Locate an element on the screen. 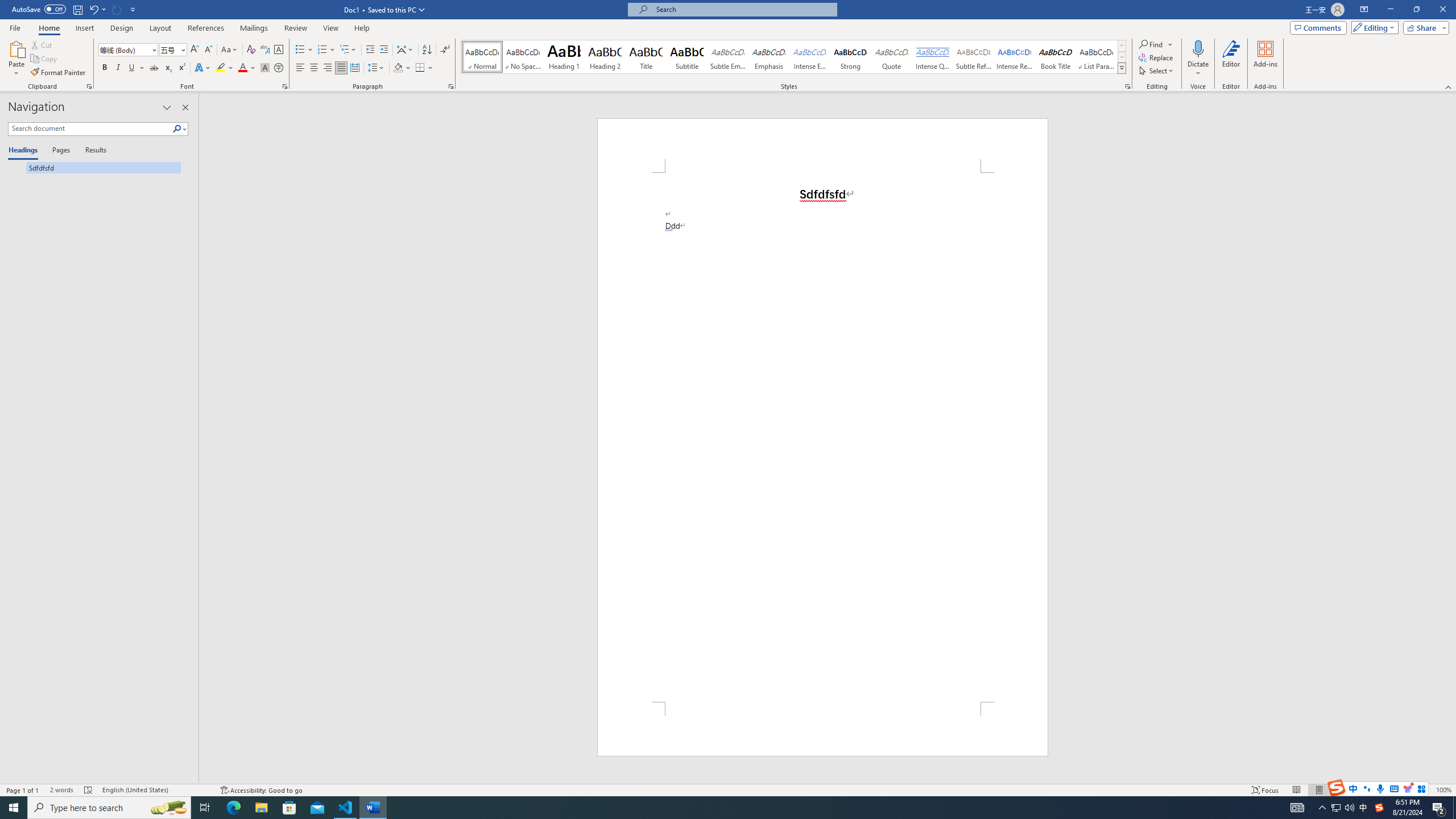 The width and height of the screenshot is (1456, 819). 'Customize Quick Access Toolbar' is located at coordinates (133, 9).